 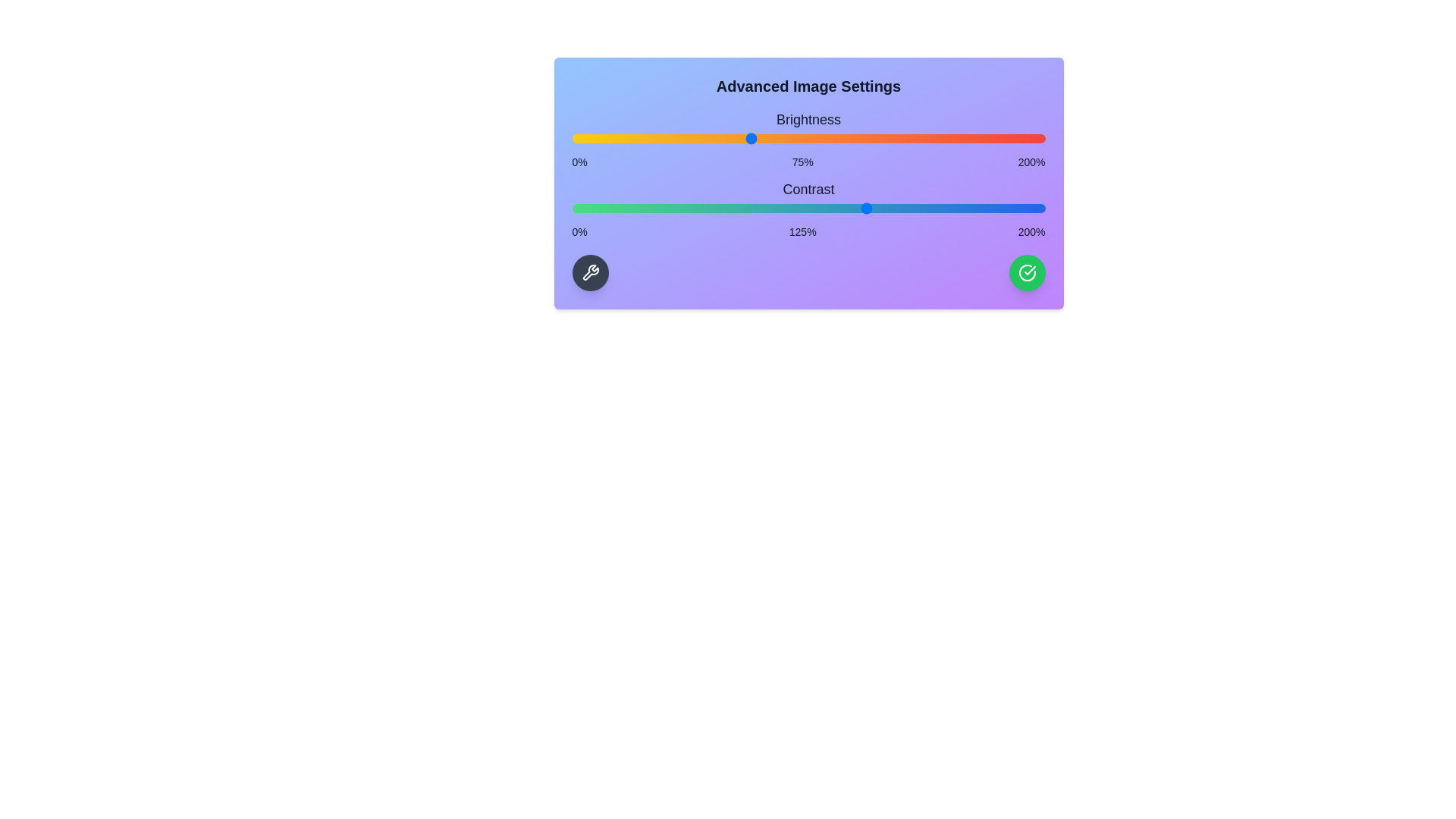 I want to click on the brightness slider to 150%, so click(x=926, y=138).